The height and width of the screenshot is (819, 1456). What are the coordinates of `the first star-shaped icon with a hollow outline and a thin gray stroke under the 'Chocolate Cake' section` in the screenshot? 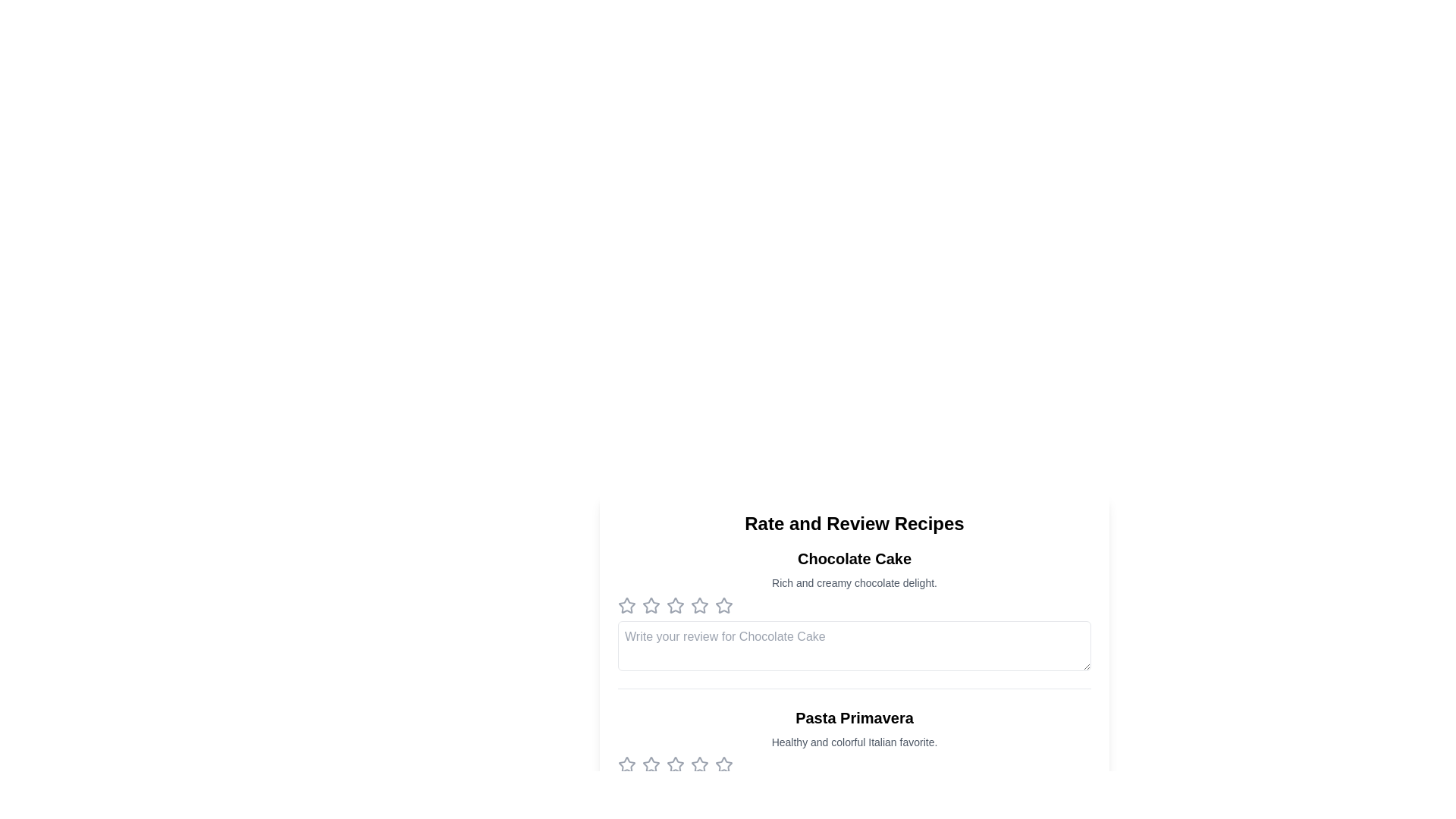 It's located at (626, 604).